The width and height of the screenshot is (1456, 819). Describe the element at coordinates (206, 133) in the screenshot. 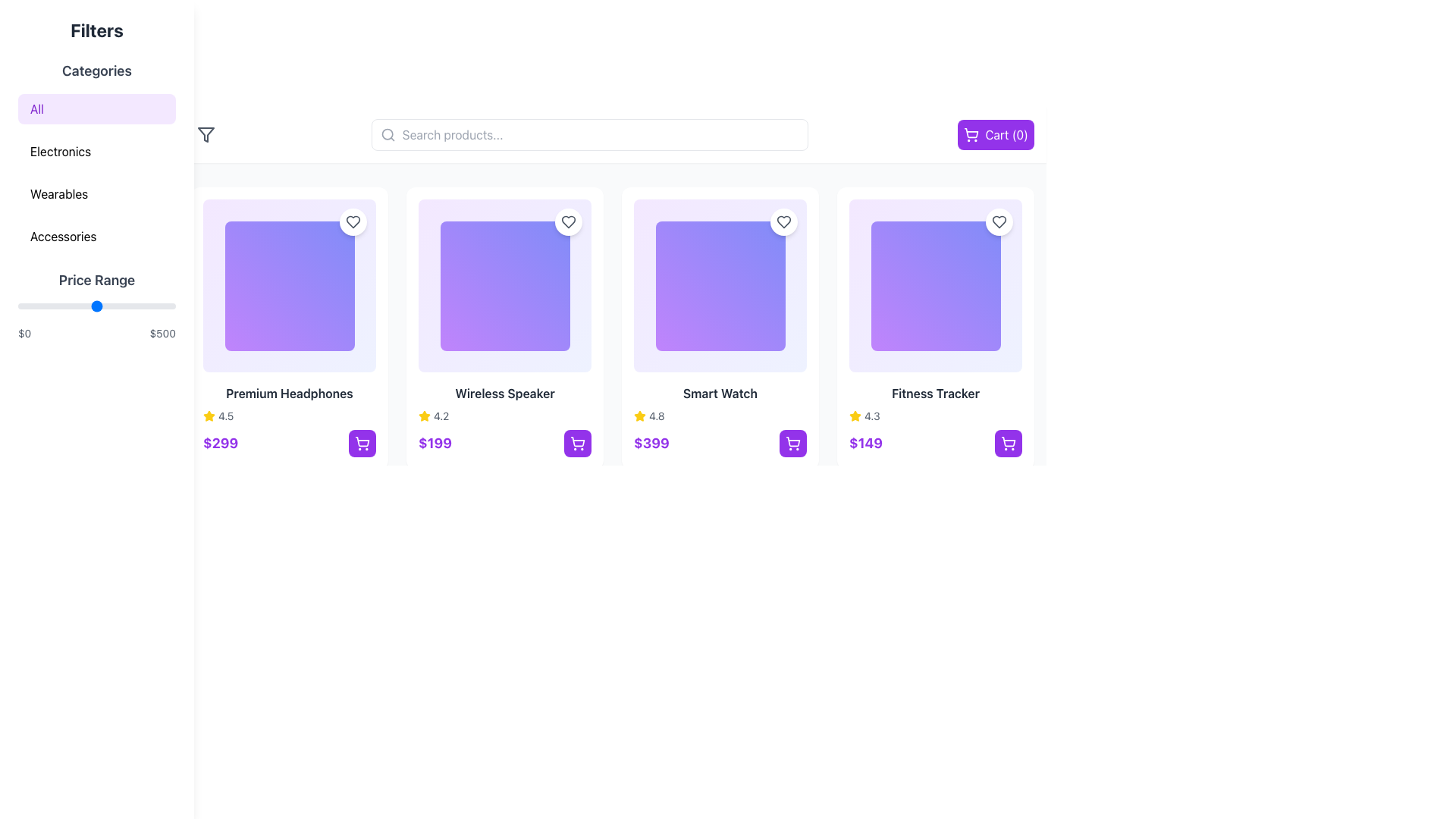

I see `the filter funnel icon button located in the header section of the interface to apply or open filters` at that location.